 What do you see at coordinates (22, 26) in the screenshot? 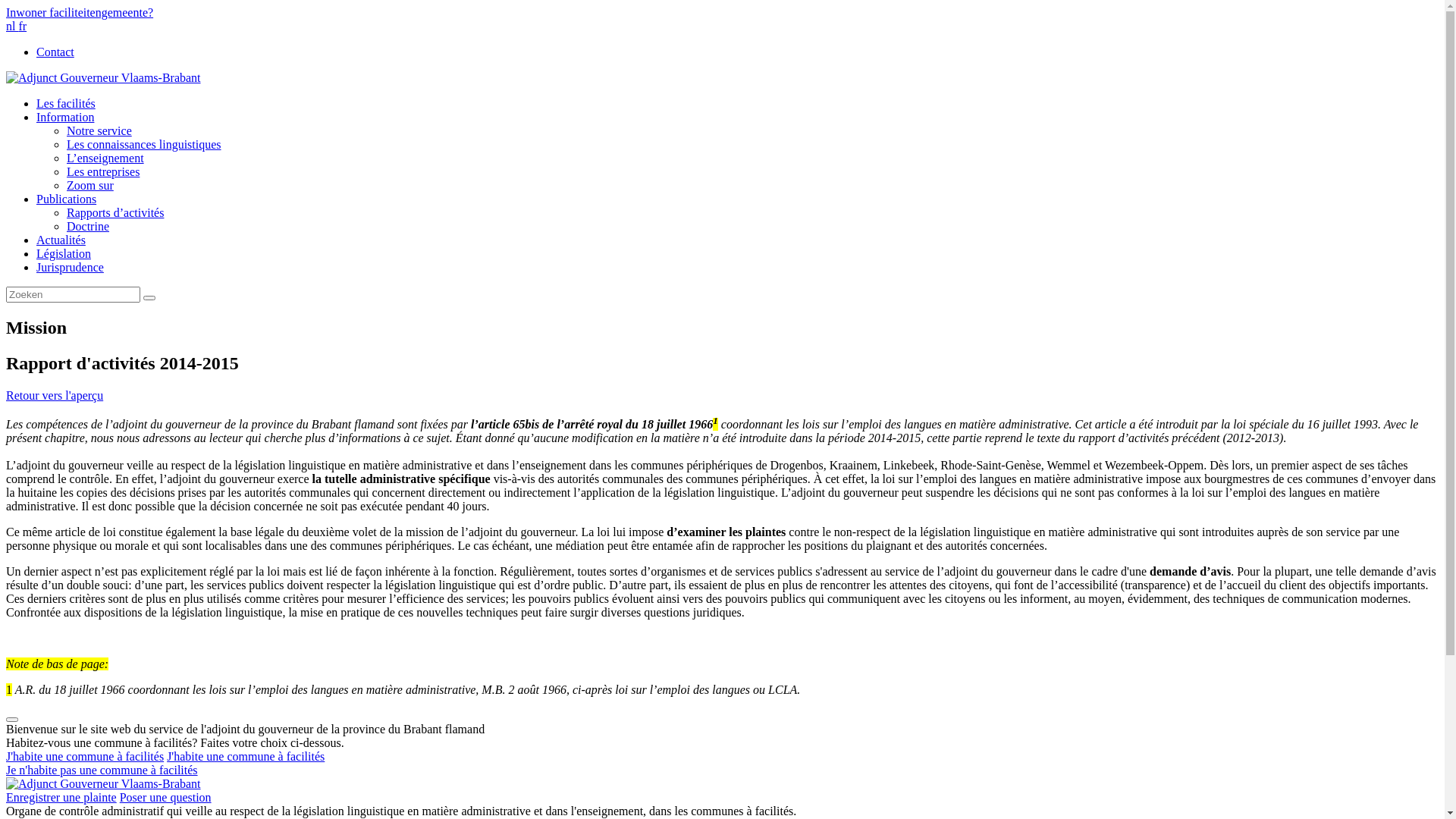
I see `'fr'` at bounding box center [22, 26].